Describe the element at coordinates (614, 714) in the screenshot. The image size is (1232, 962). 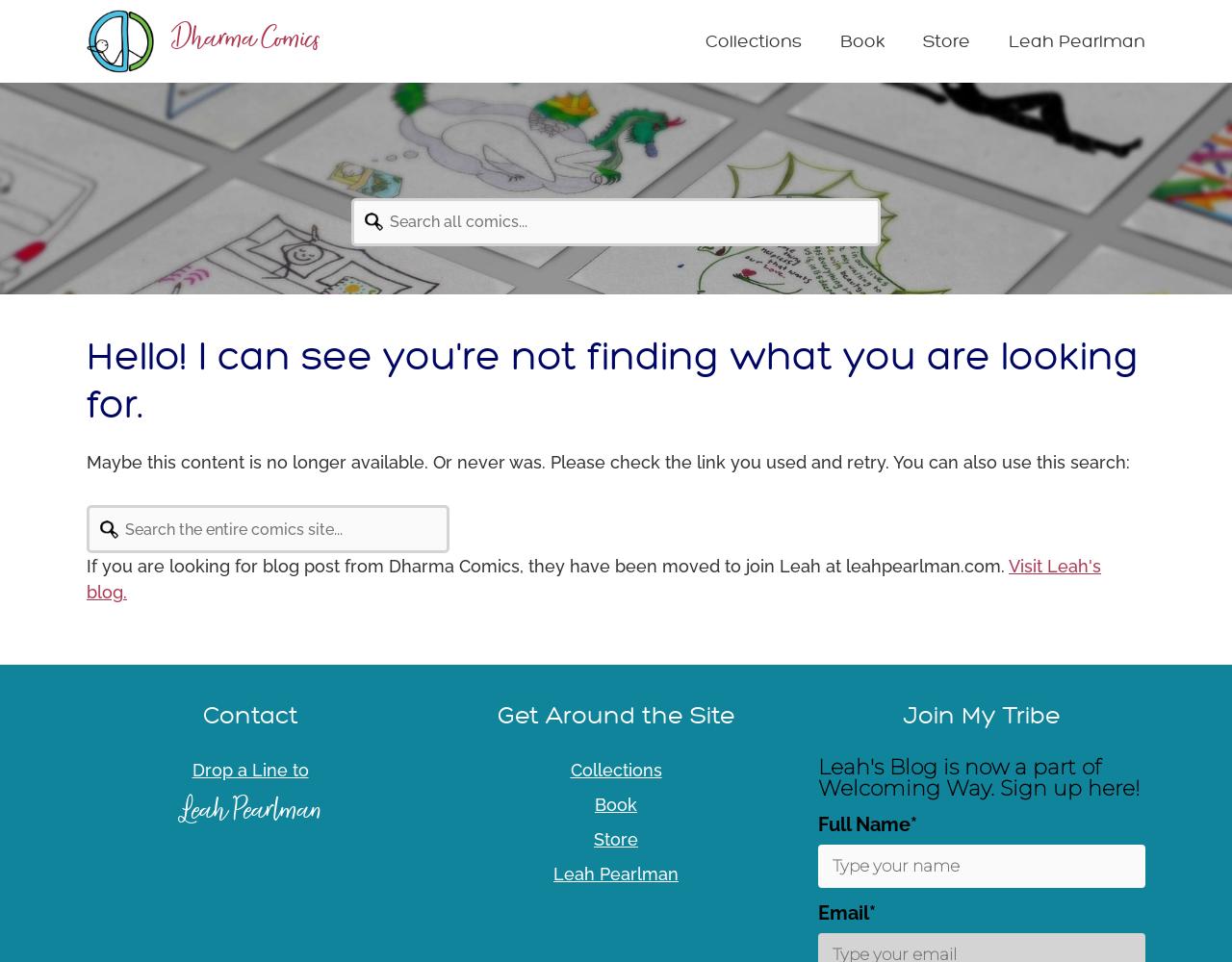
I see `'Get Around the Site'` at that location.